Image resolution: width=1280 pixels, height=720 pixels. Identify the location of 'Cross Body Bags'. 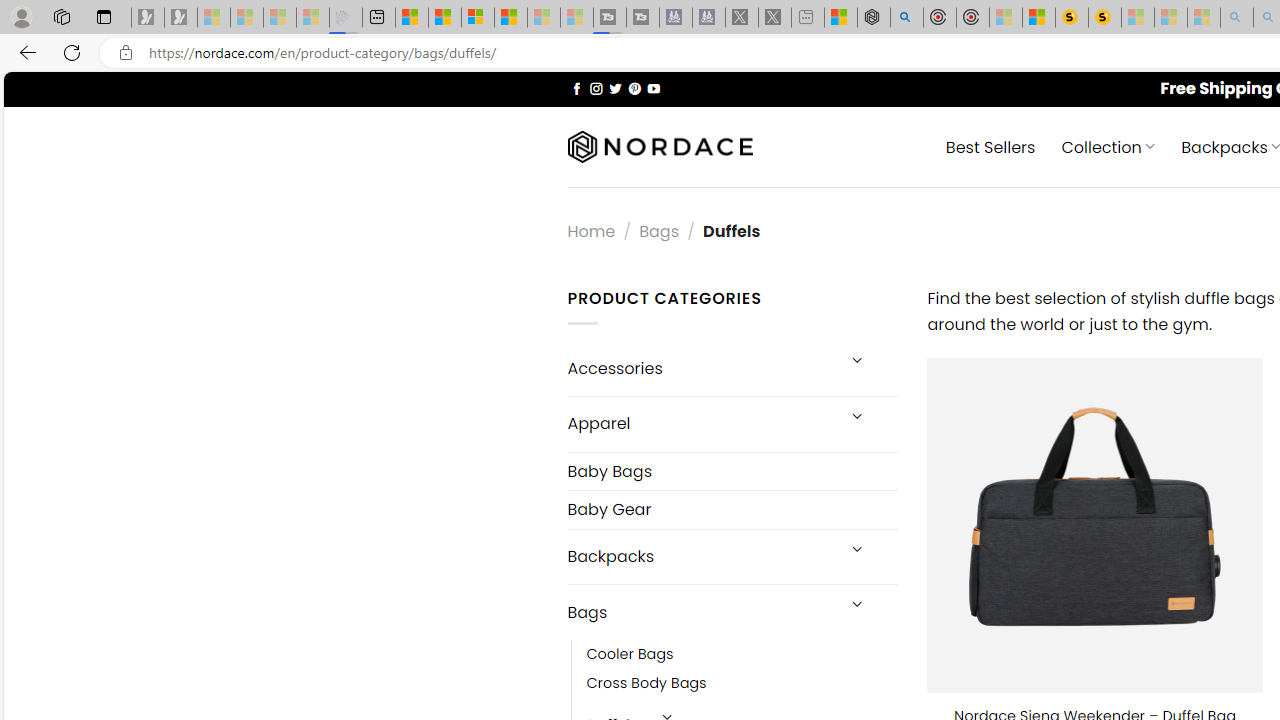
(646, 683).